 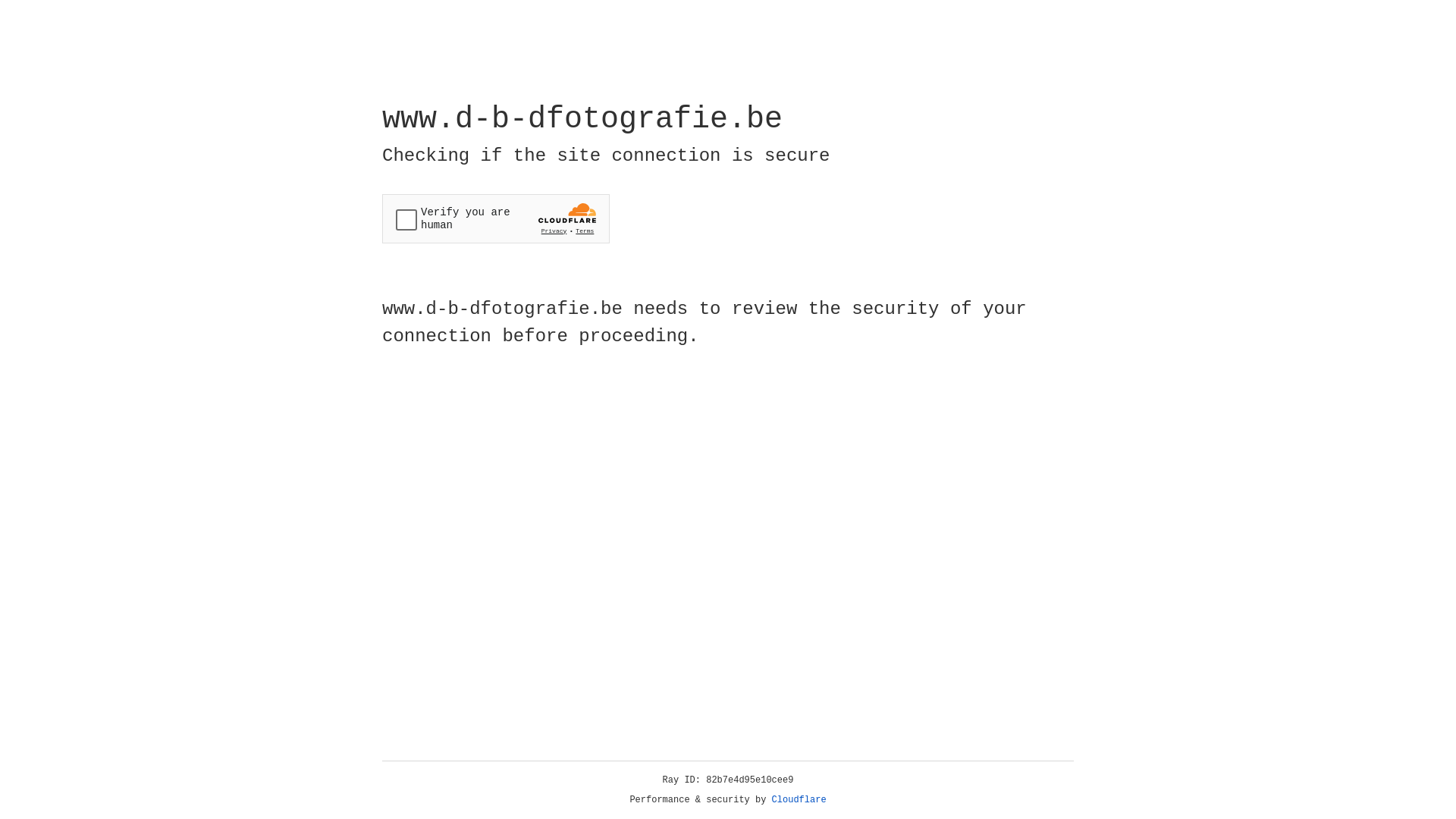 What do you see at coordinates (495, 218) in the screenshot?
I see `'Widget containing a Cloudflare security challenge'` at bounding box center [495, 218].